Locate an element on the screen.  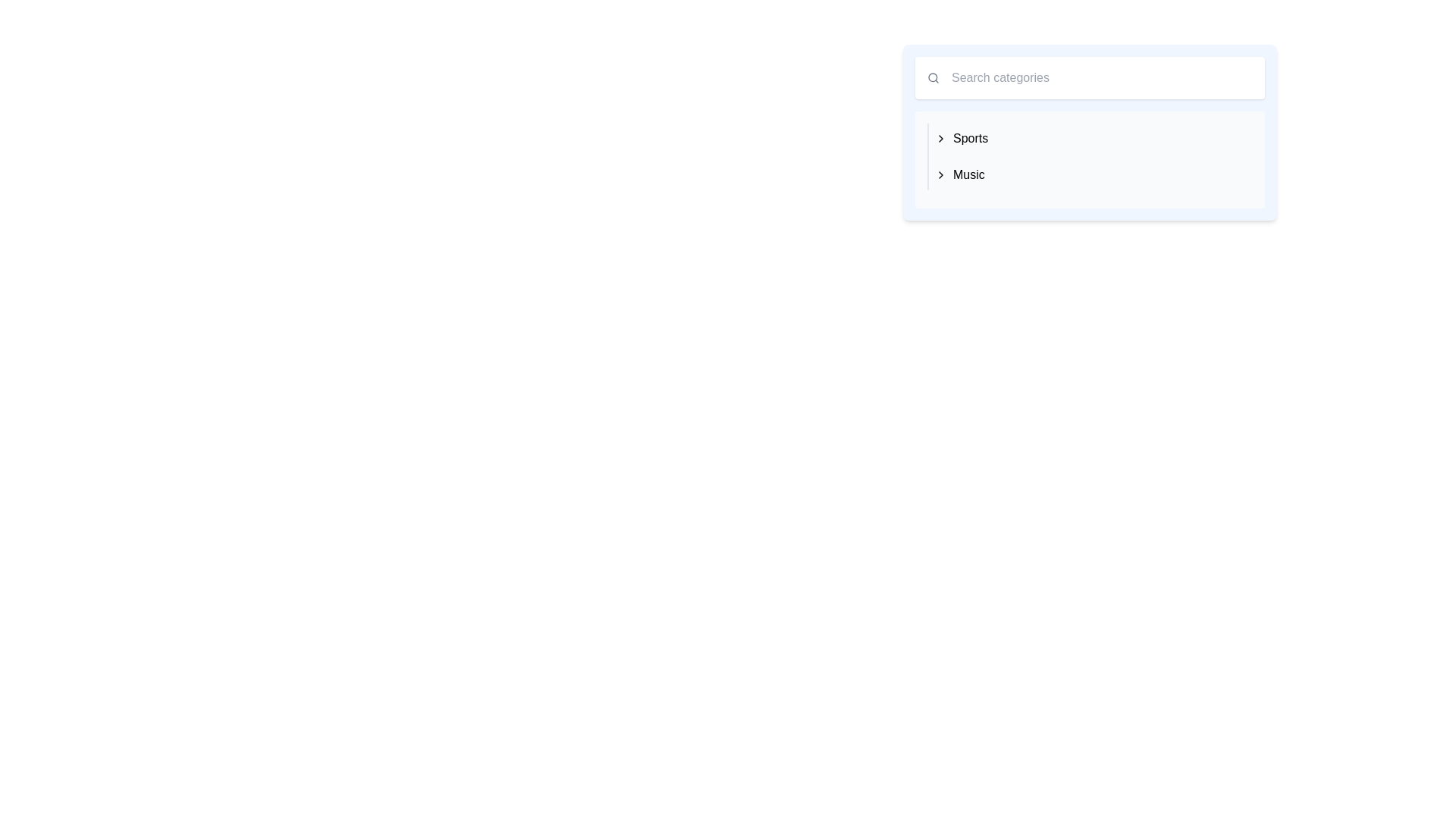
the Rightward-pointing chevron icon located to the left of the 'Sports' label in the navigation panel is located at coordinates (940, 138).